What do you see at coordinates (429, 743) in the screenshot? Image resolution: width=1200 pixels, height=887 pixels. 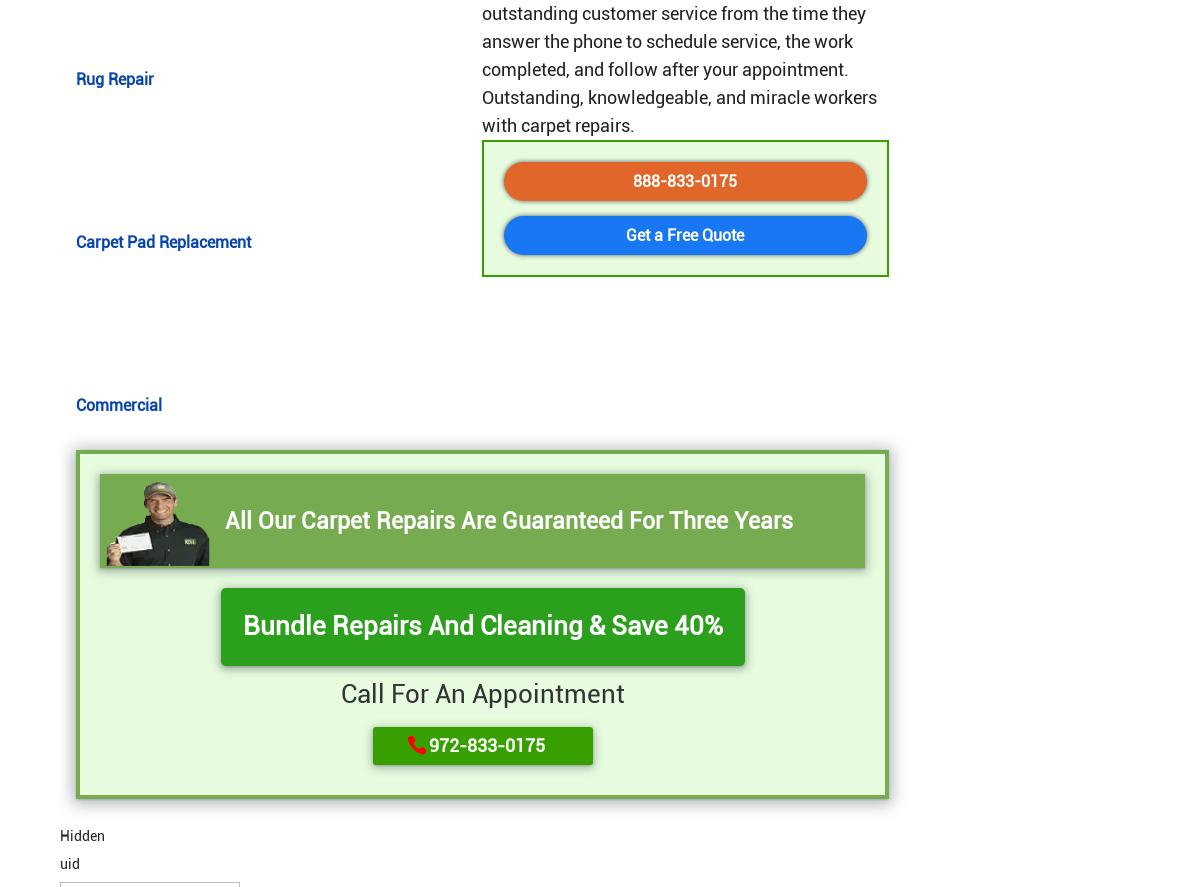 I see `'972-833-0175'` at bounding box center [429, 743].